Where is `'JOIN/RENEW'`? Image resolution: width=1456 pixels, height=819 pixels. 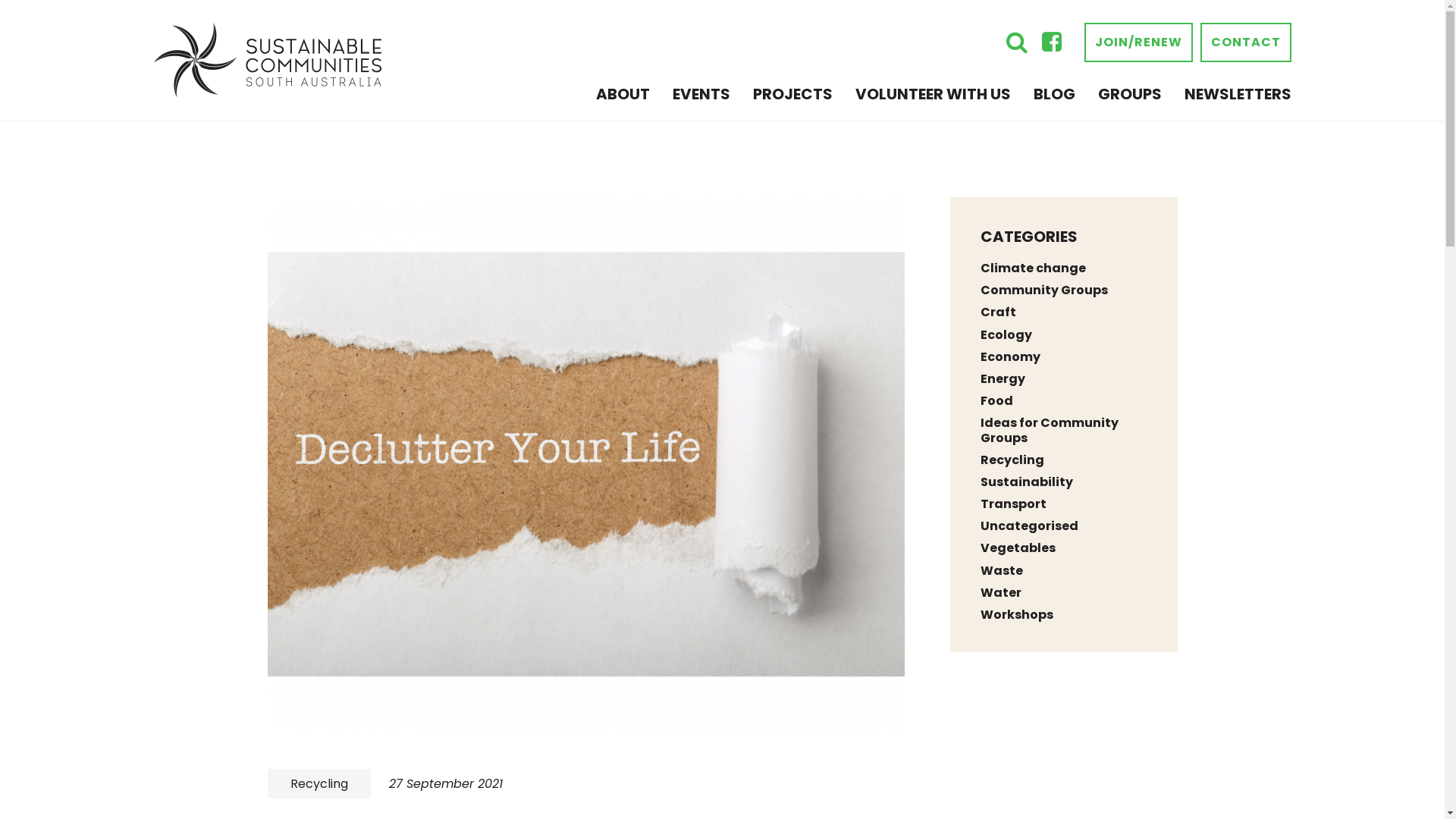 'JOIN/RENEW' is located at coordinates (1138, 42).